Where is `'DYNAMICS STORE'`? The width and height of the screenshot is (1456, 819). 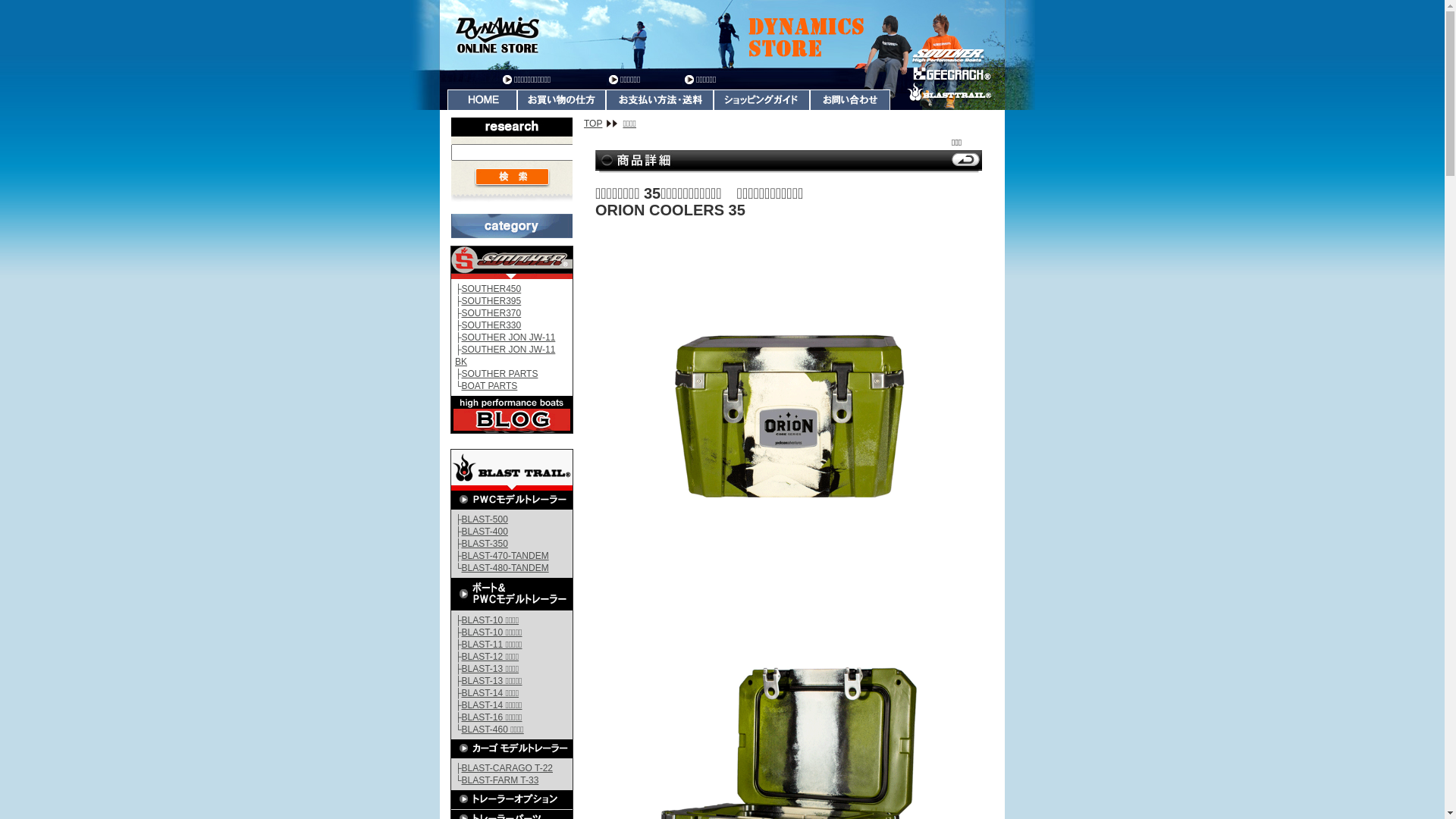 'DYNAMICS STORE' is located at coordinates (721, 34).